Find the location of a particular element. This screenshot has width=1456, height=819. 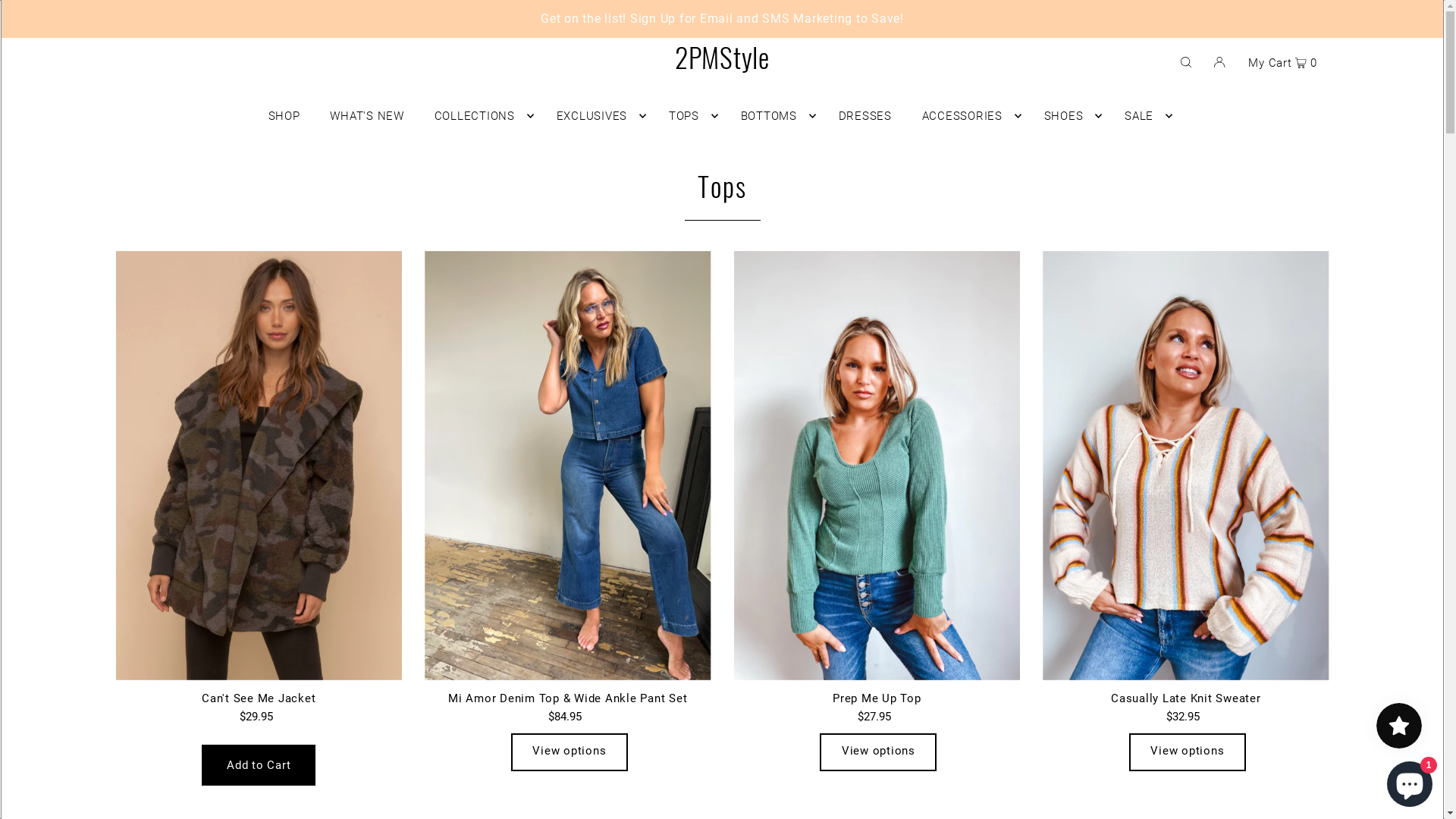

'DRESSES' is located at coordinates (865, 115).